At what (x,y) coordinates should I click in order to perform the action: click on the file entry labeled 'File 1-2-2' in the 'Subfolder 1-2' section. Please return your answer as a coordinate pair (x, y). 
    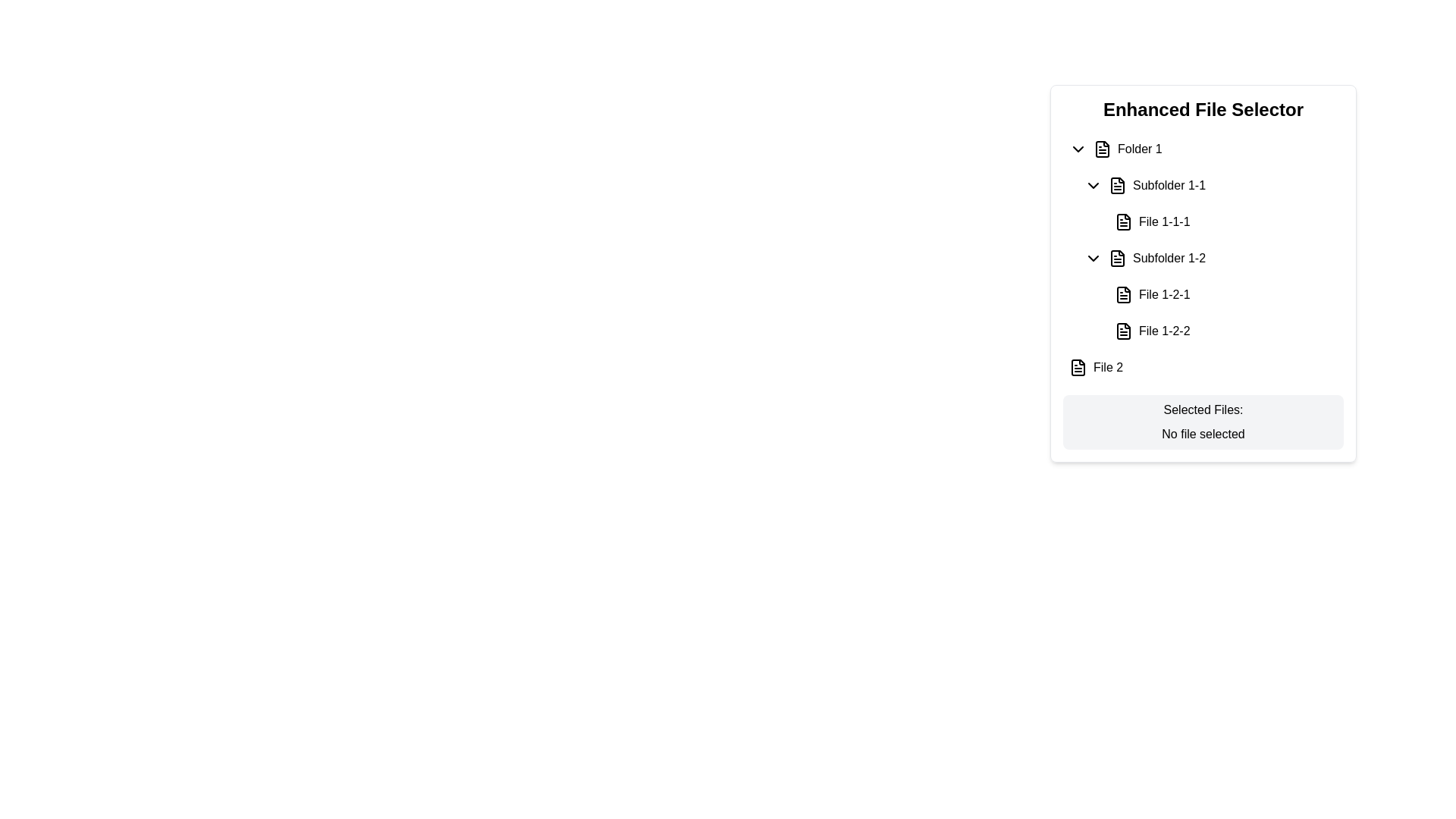
    Looking at the image, I should click on (1210, 330).